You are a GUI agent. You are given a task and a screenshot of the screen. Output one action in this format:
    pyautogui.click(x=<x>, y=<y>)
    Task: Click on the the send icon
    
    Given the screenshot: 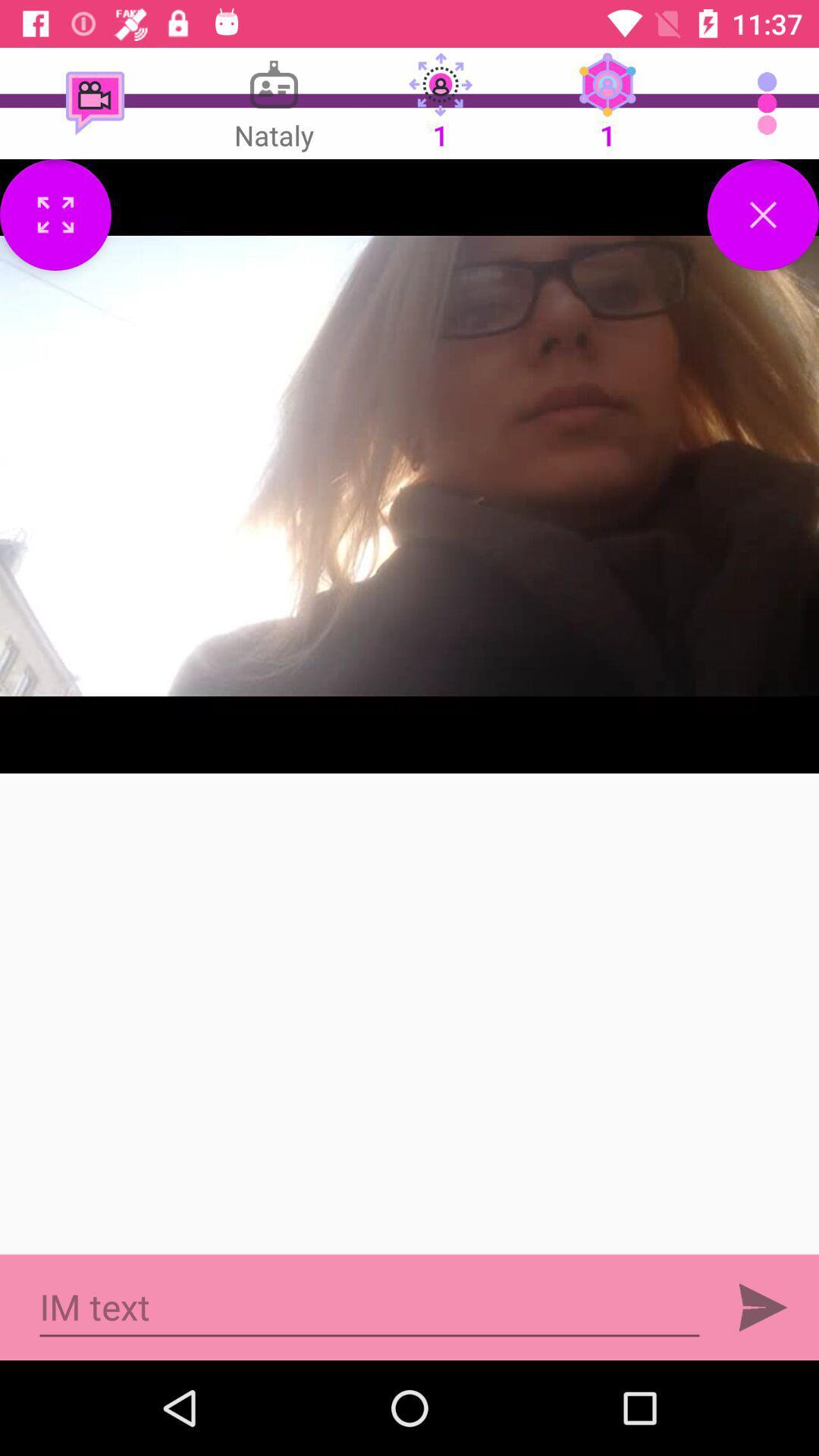 What is the action you would take?
    pyautogui.click(x=763, y=1307)
    